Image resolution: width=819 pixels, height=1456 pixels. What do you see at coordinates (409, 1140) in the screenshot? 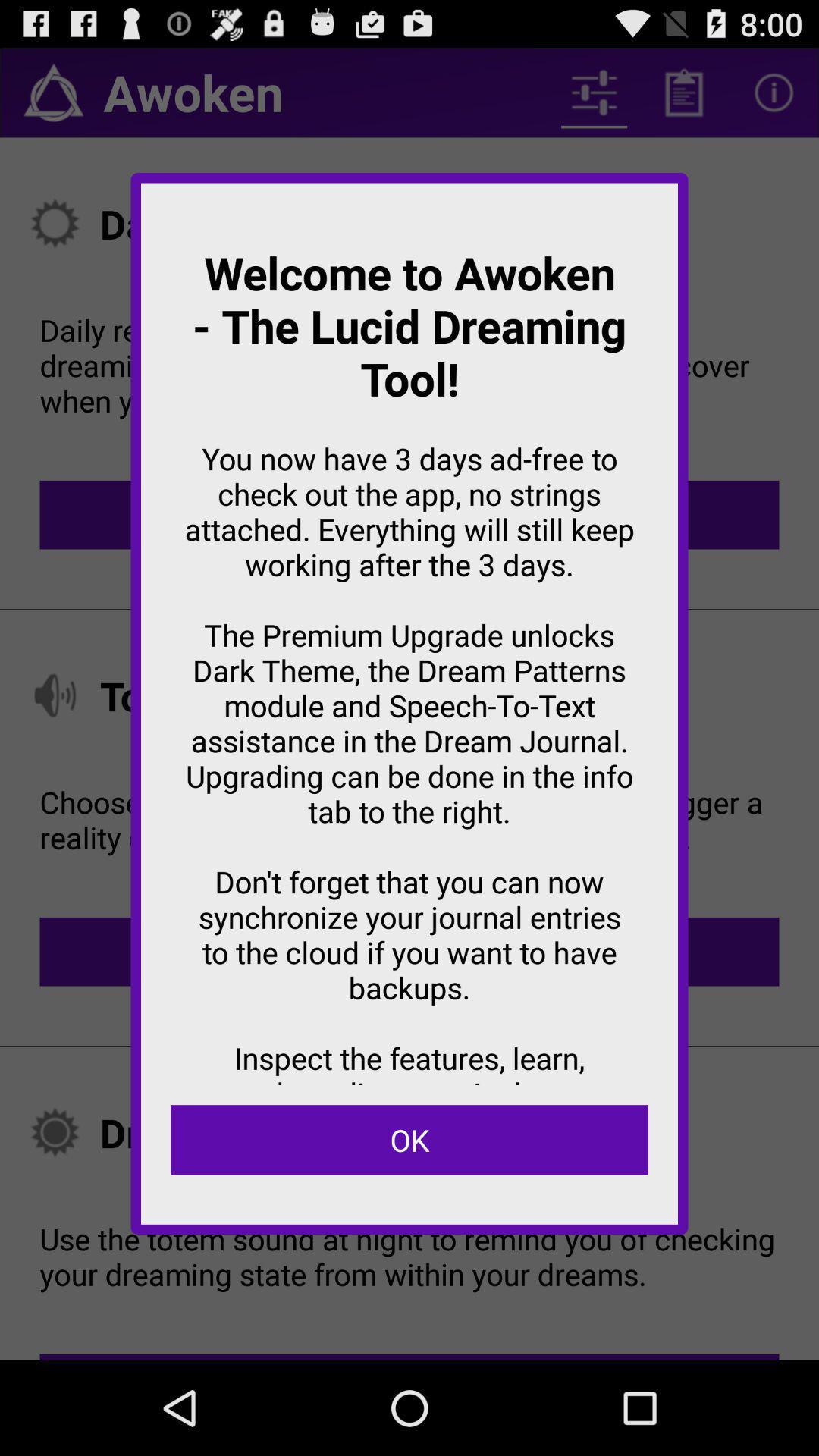
I see `icon below the welcome to awoken` at bounding box center [409, 1140].